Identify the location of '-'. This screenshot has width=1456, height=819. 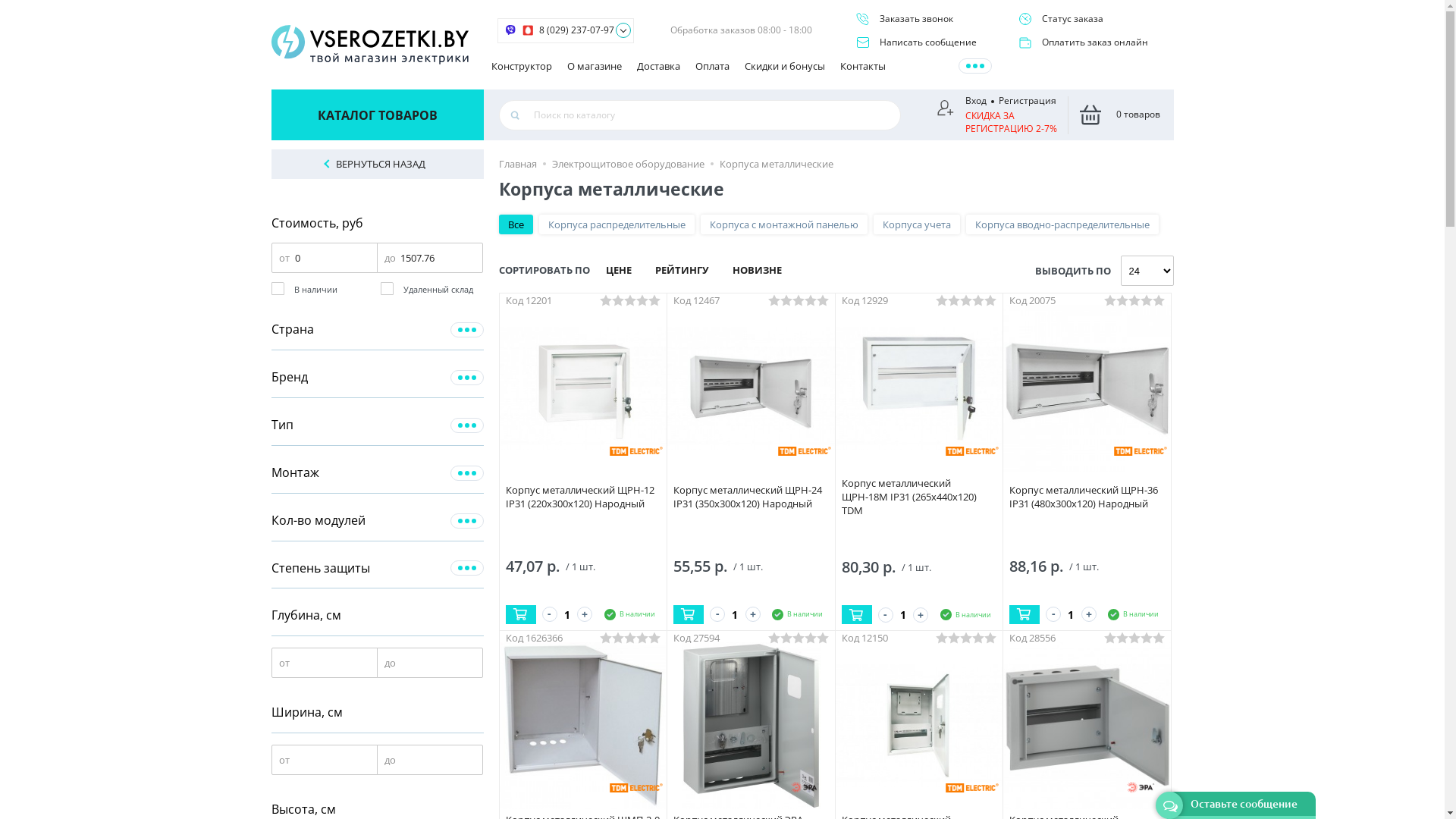
(709, 614).